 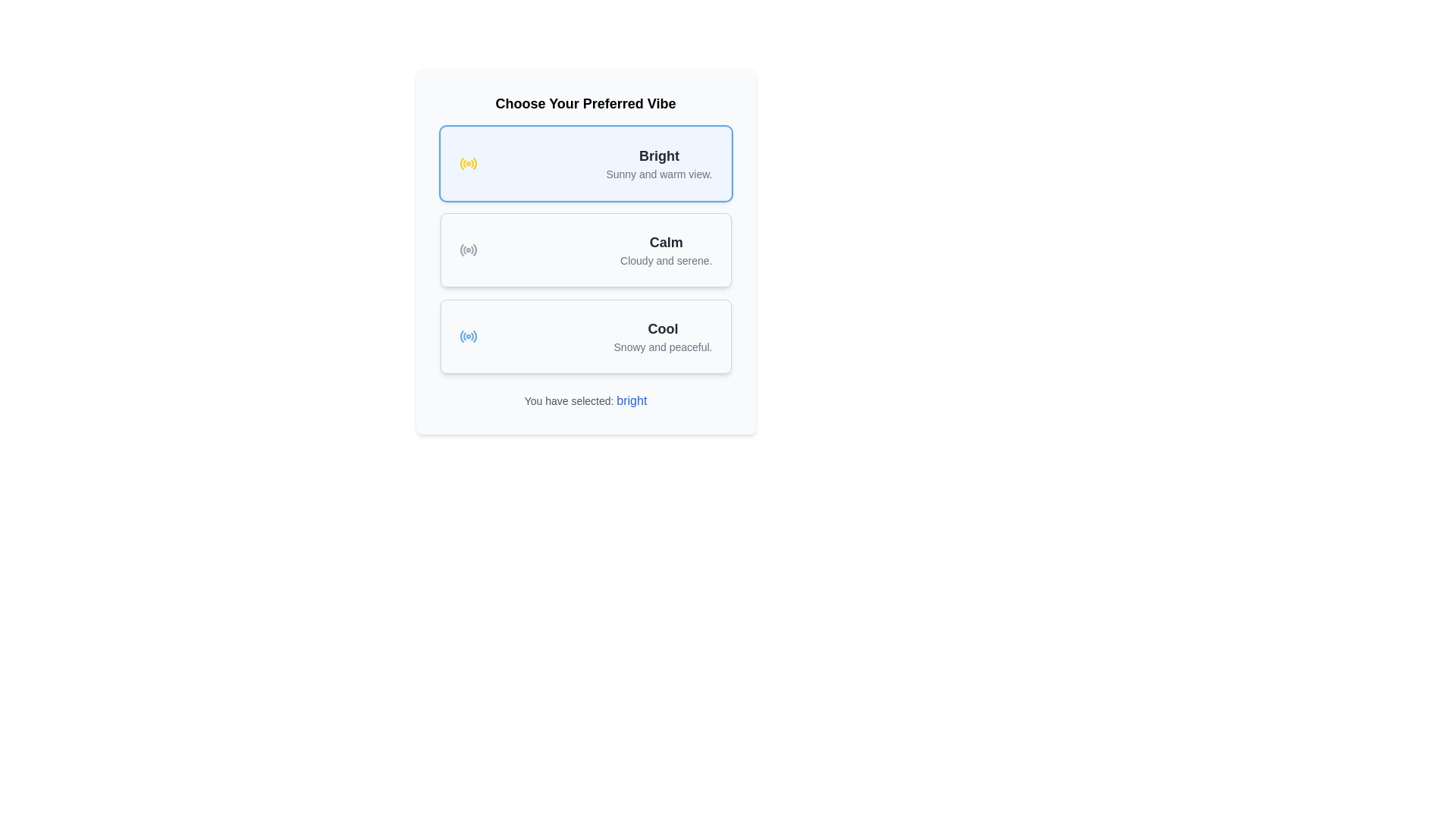 I want to click on the interactive card labeled 'Calm', so click(x=585, y=250).